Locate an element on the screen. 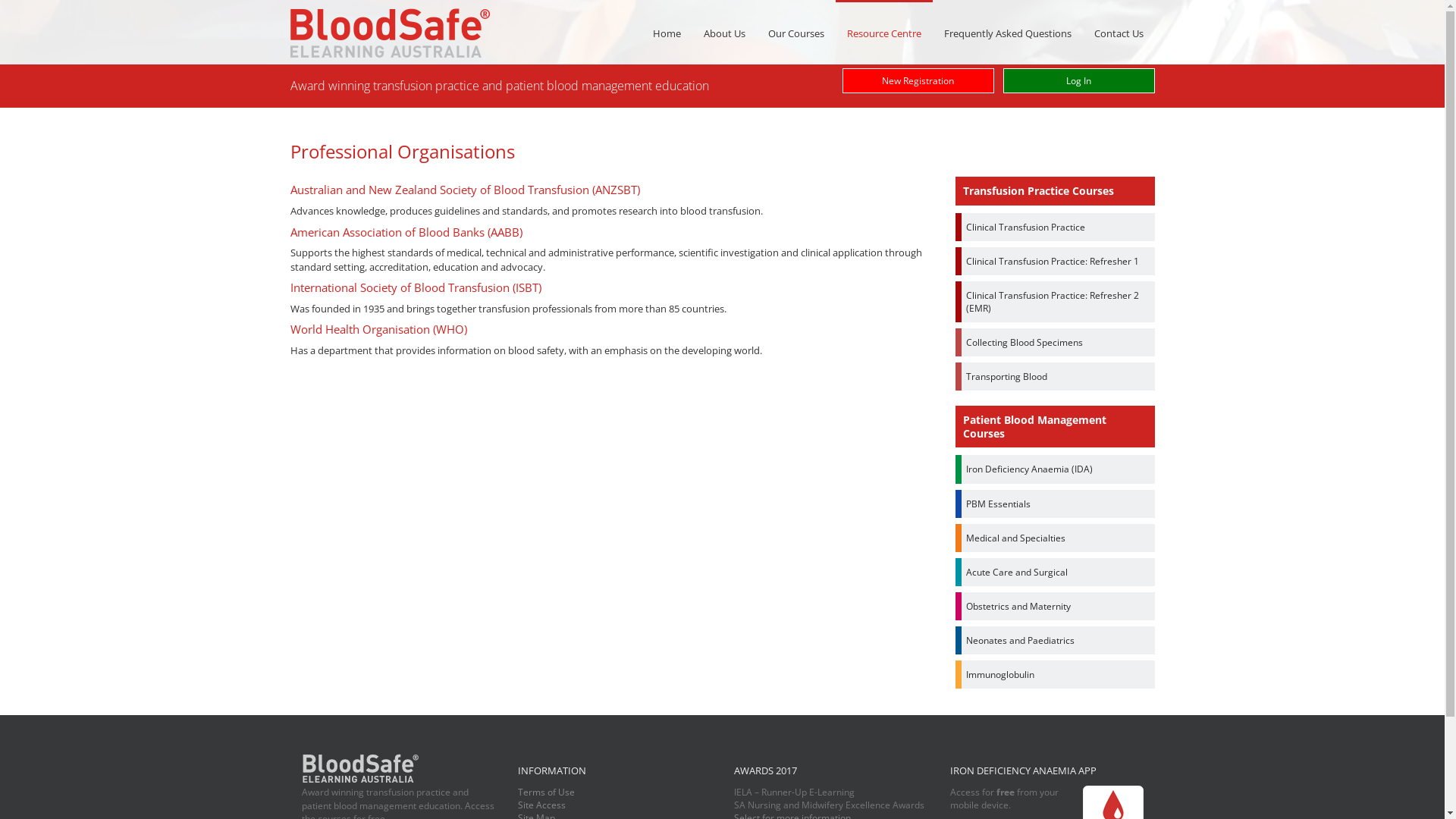 The height and width of the screenshot is (819, 1456). 'PBM Essentials' is located at coordinates (1054, 504).